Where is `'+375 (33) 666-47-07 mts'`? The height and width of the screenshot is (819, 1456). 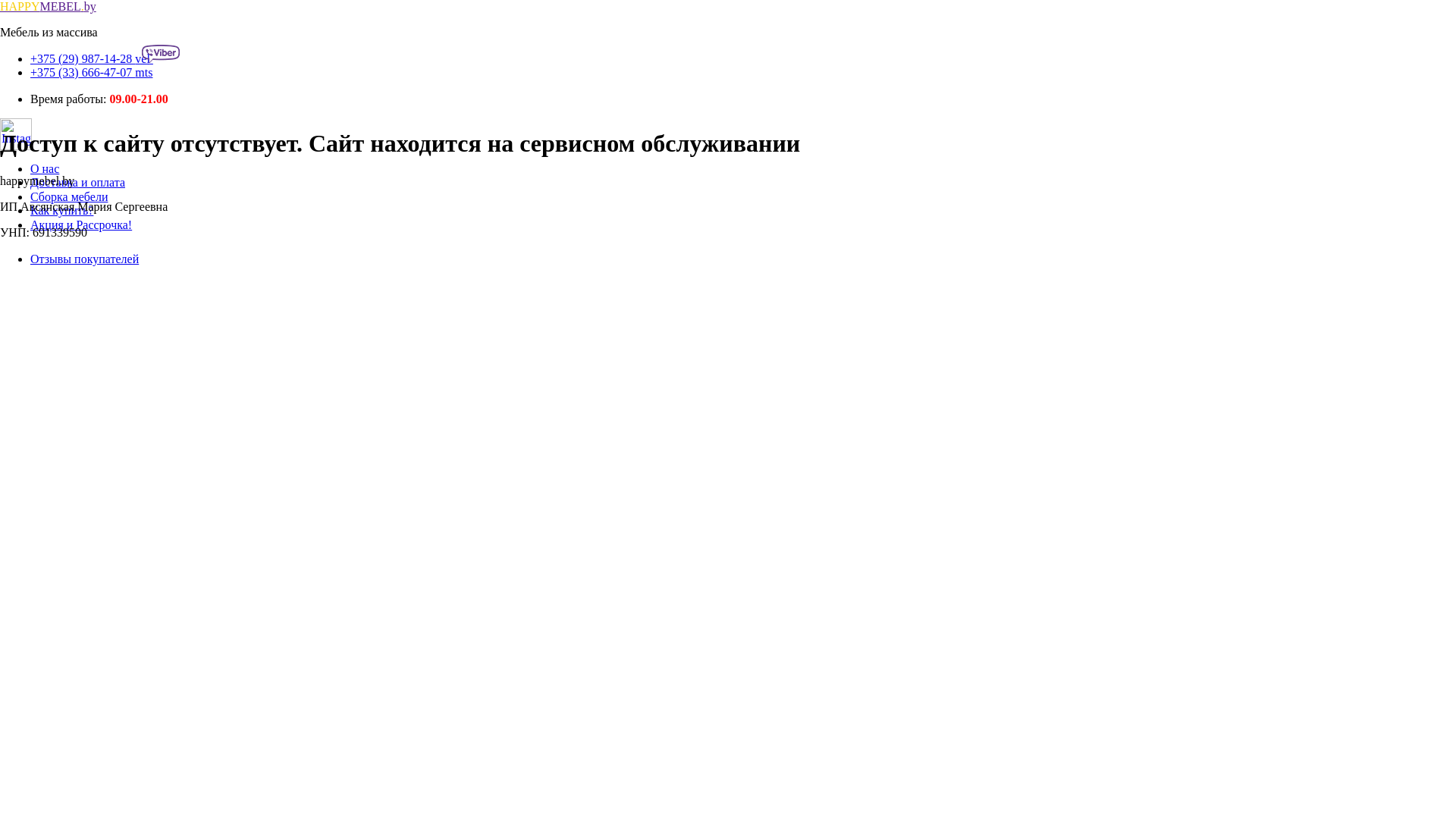 '+375 (33) 666-47-07 mts' is located at coordinates (90, 72).